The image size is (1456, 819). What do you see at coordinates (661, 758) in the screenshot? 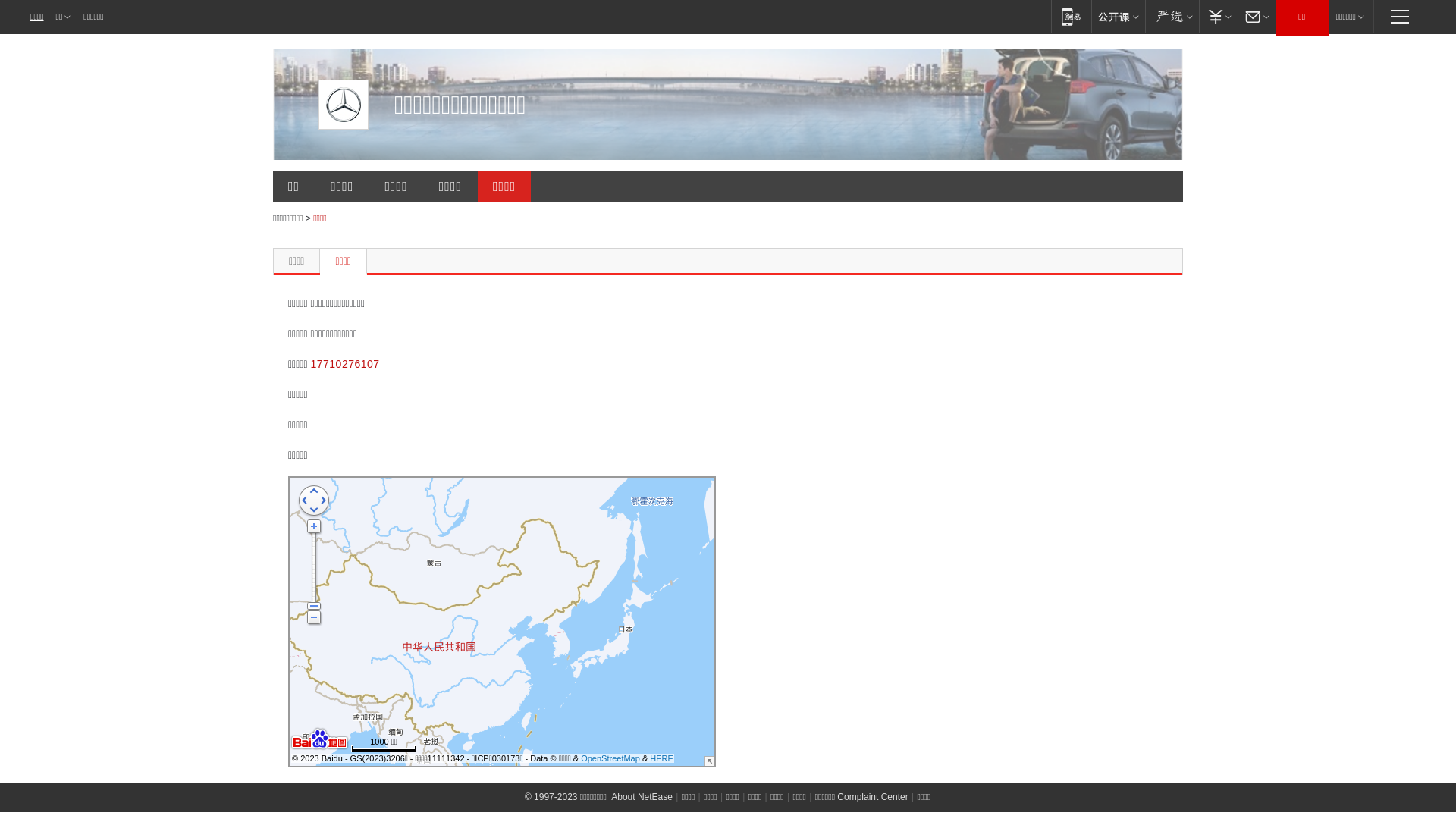
I see `'HERE'` at bounding box center [661, 758].